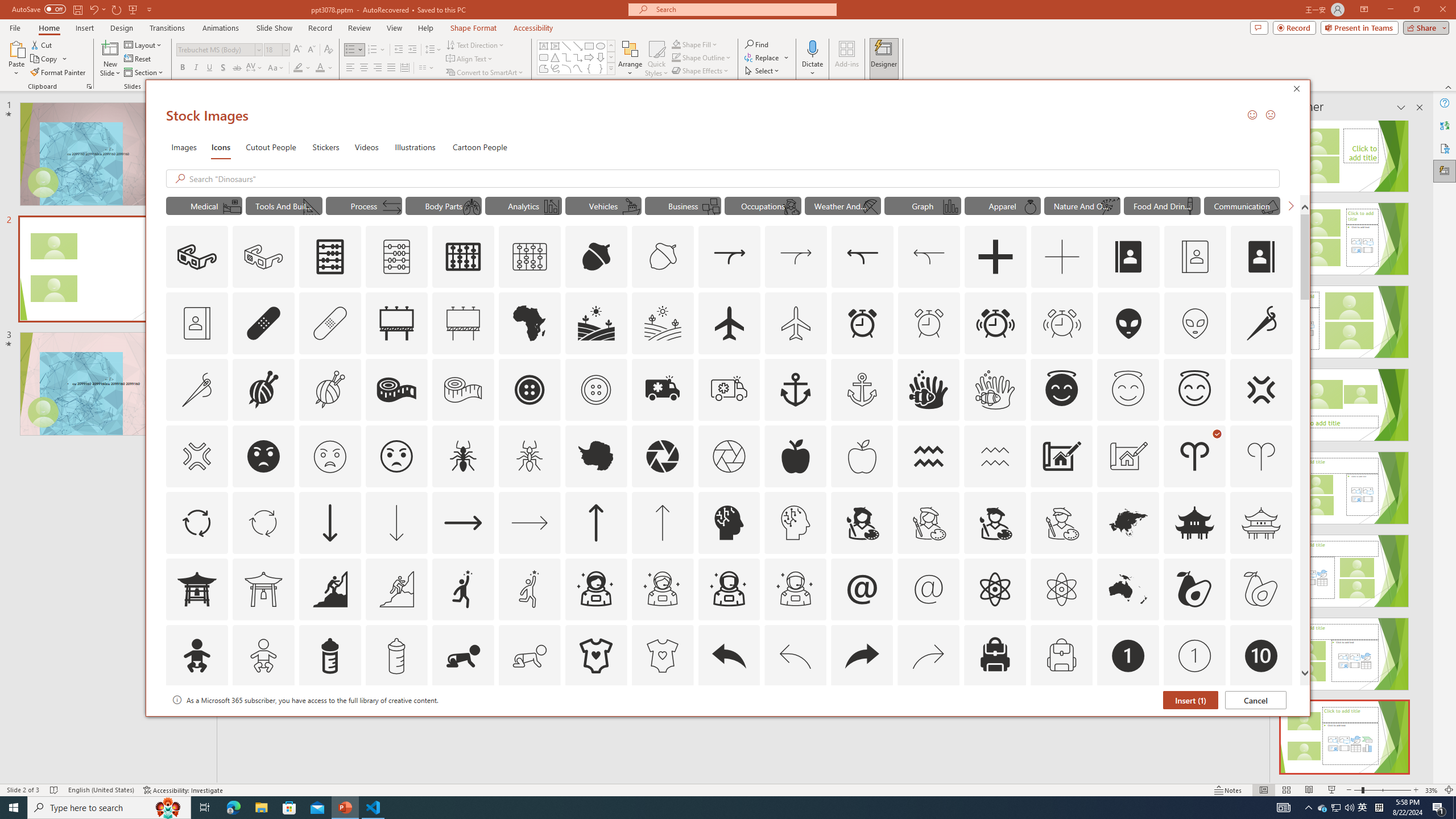 This screenshot has width=1456, height=819. What do you see at coordinates (196, 522) in the screenshot?
I see `'AutomationID: Icons_ArrowCircle'` at bounding box center [196, 522].